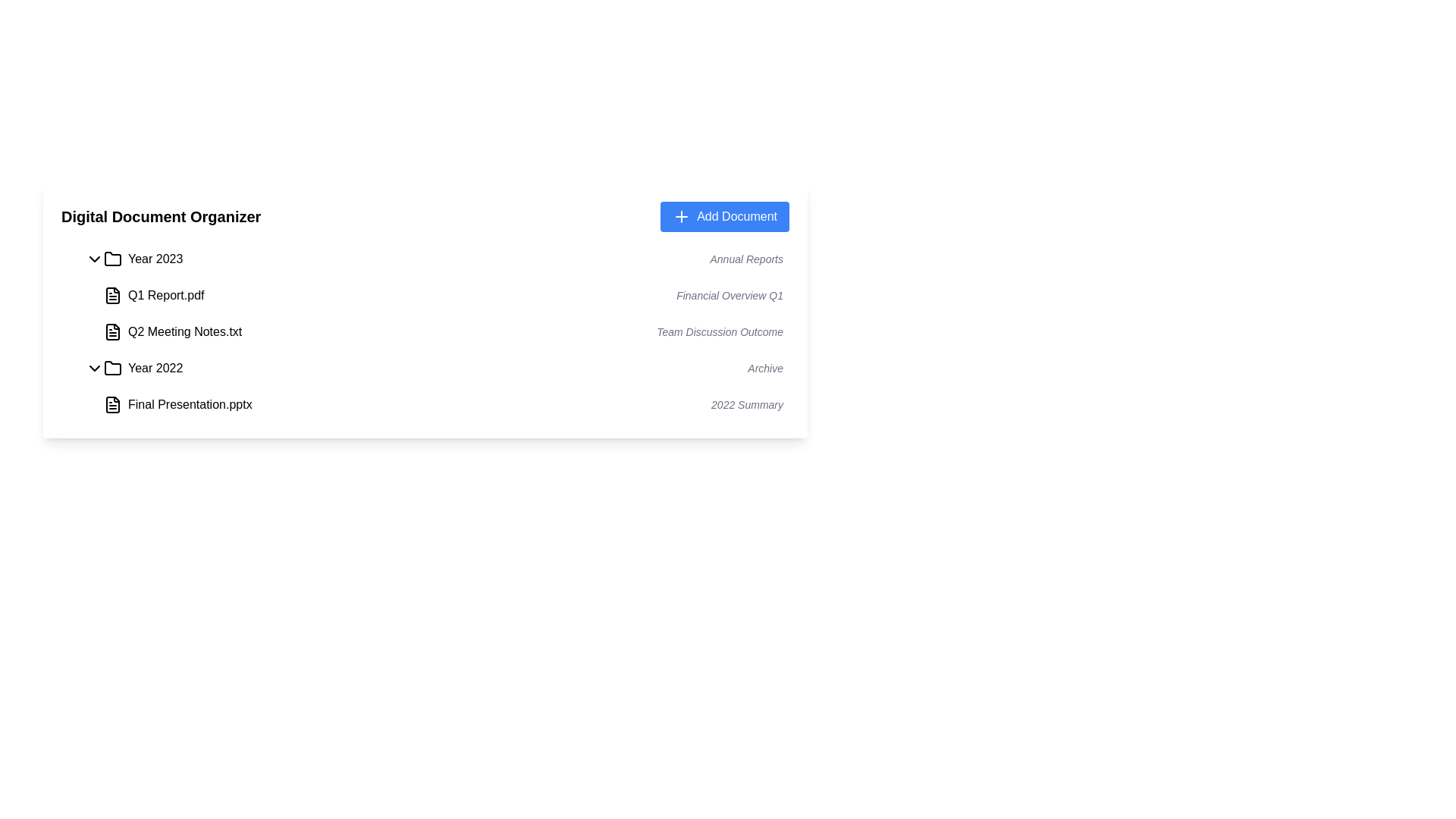 The width and height of the screenshot is (1456, 819). What do you see at coordinates (111, 257) in the screenshot?
I see `the folder icon for the year 2023, which is positioned directly to the left of the 'Year 2023' text` at bounding box center [111, 257].